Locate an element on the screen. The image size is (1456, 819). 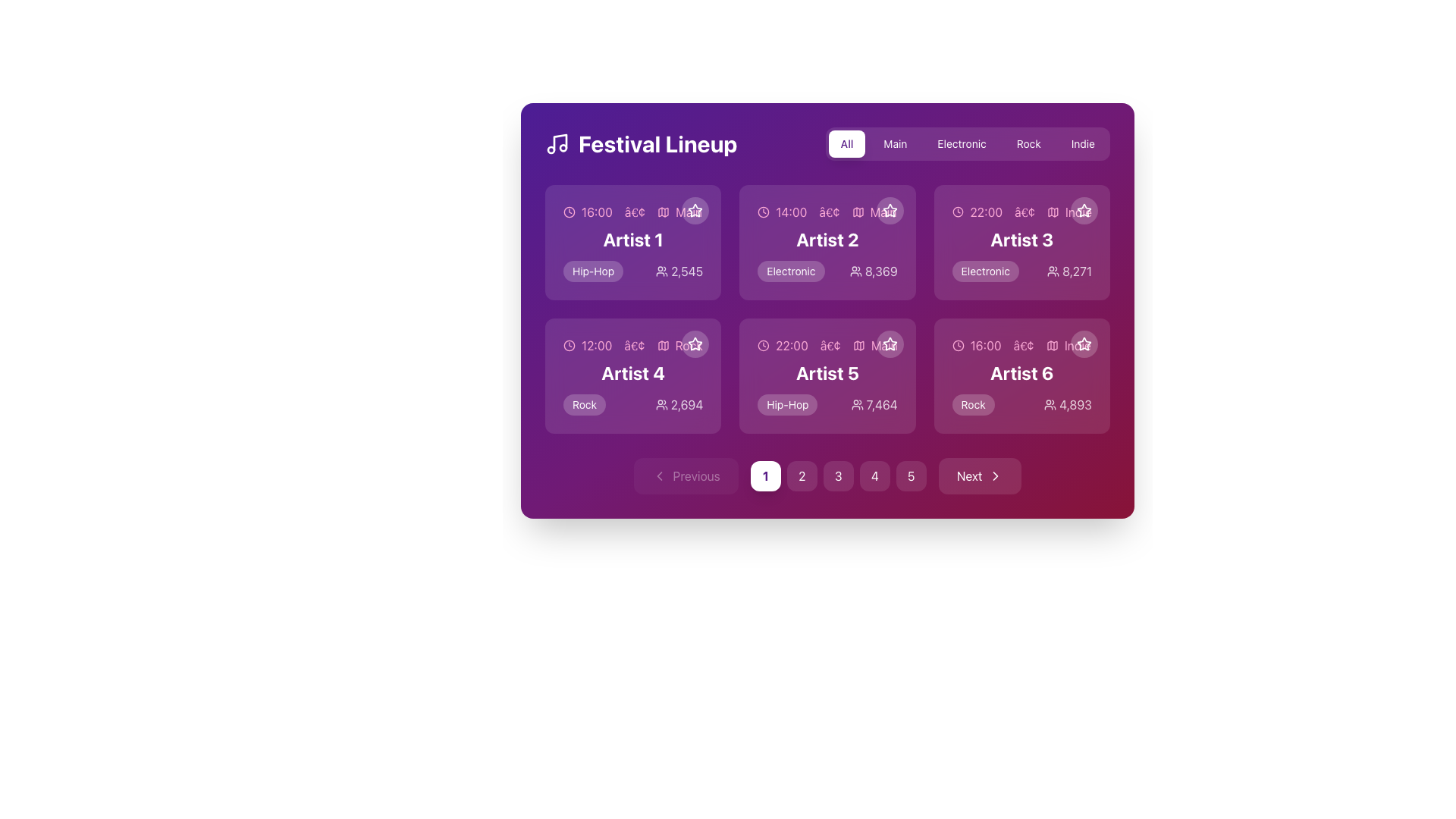
the text label displaying 'Artist 6' in bold white font against a purple background, located in the sixth box of the grid layout under '16:00 • Indie' is located at coordinates (1021, 373).